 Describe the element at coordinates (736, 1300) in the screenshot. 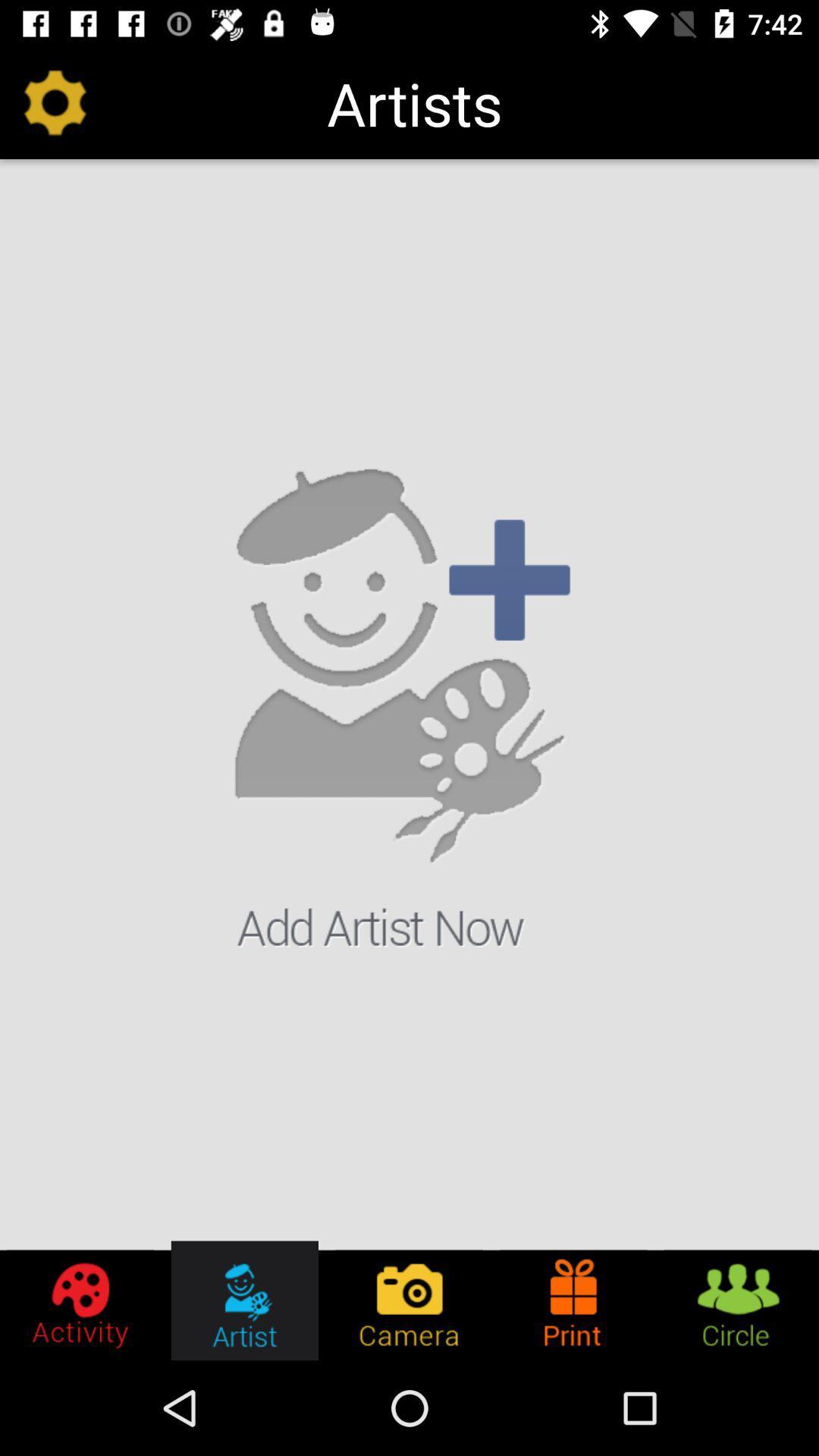

I see `the group icon` at that location.